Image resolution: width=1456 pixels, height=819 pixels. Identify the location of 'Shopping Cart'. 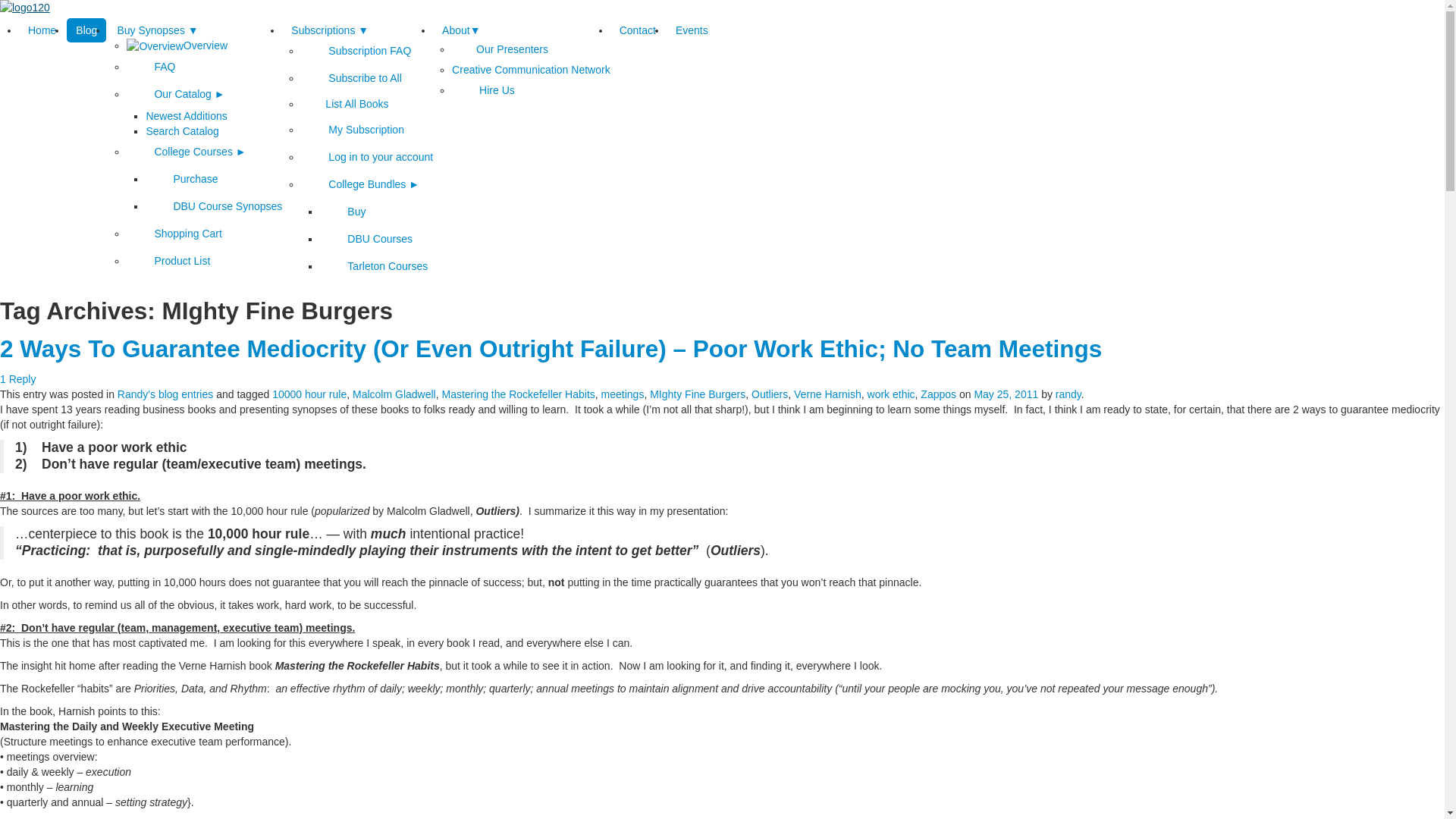
(127, 234).